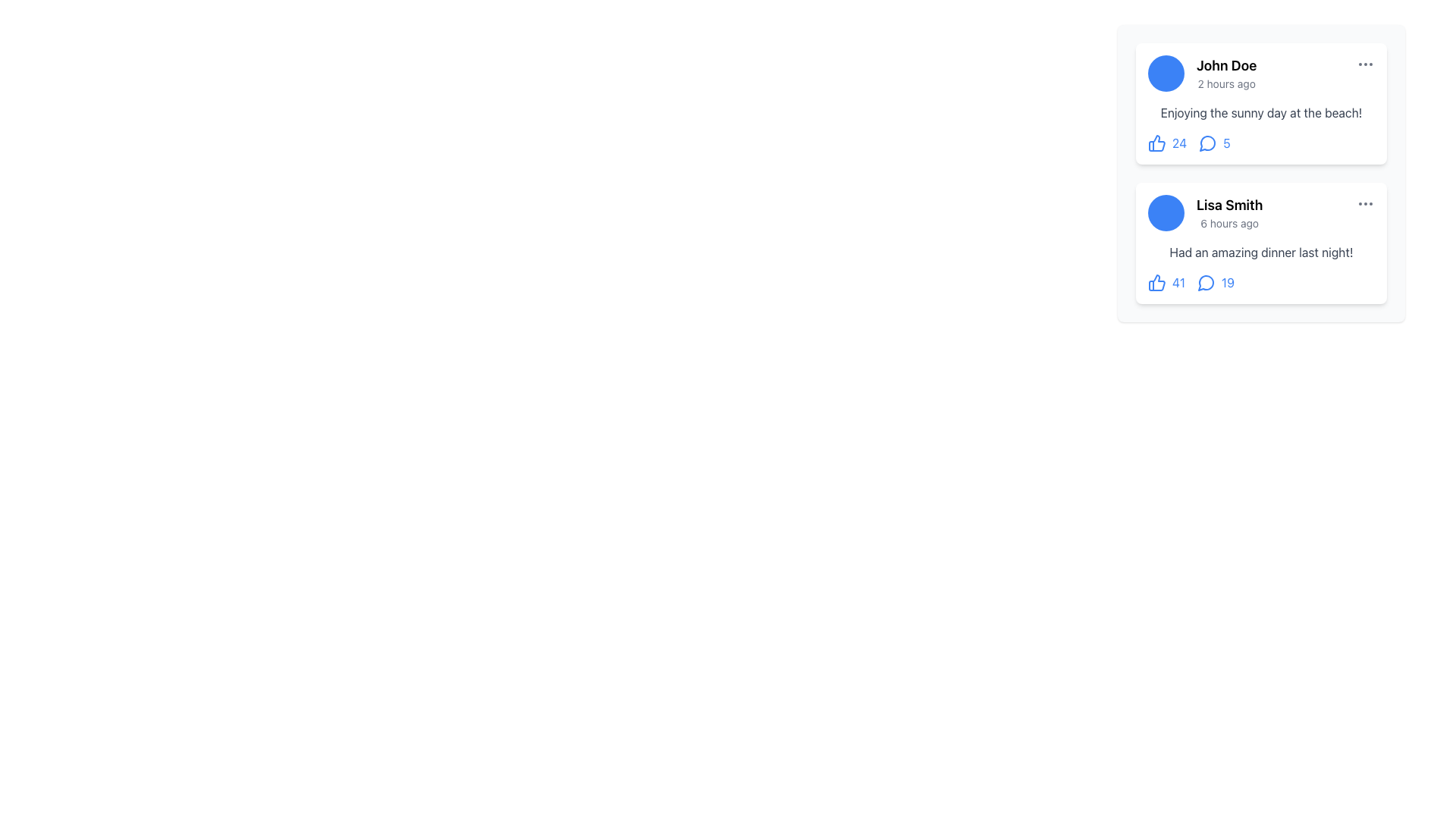 The width and height of the screenshot is (1456, 819). What do you see at coordinates (1214, 143) in the screenshot?
I see `the comment count button for John's post, which is the second interactive item in the bar below the post` at bounding box center [1214, 143].